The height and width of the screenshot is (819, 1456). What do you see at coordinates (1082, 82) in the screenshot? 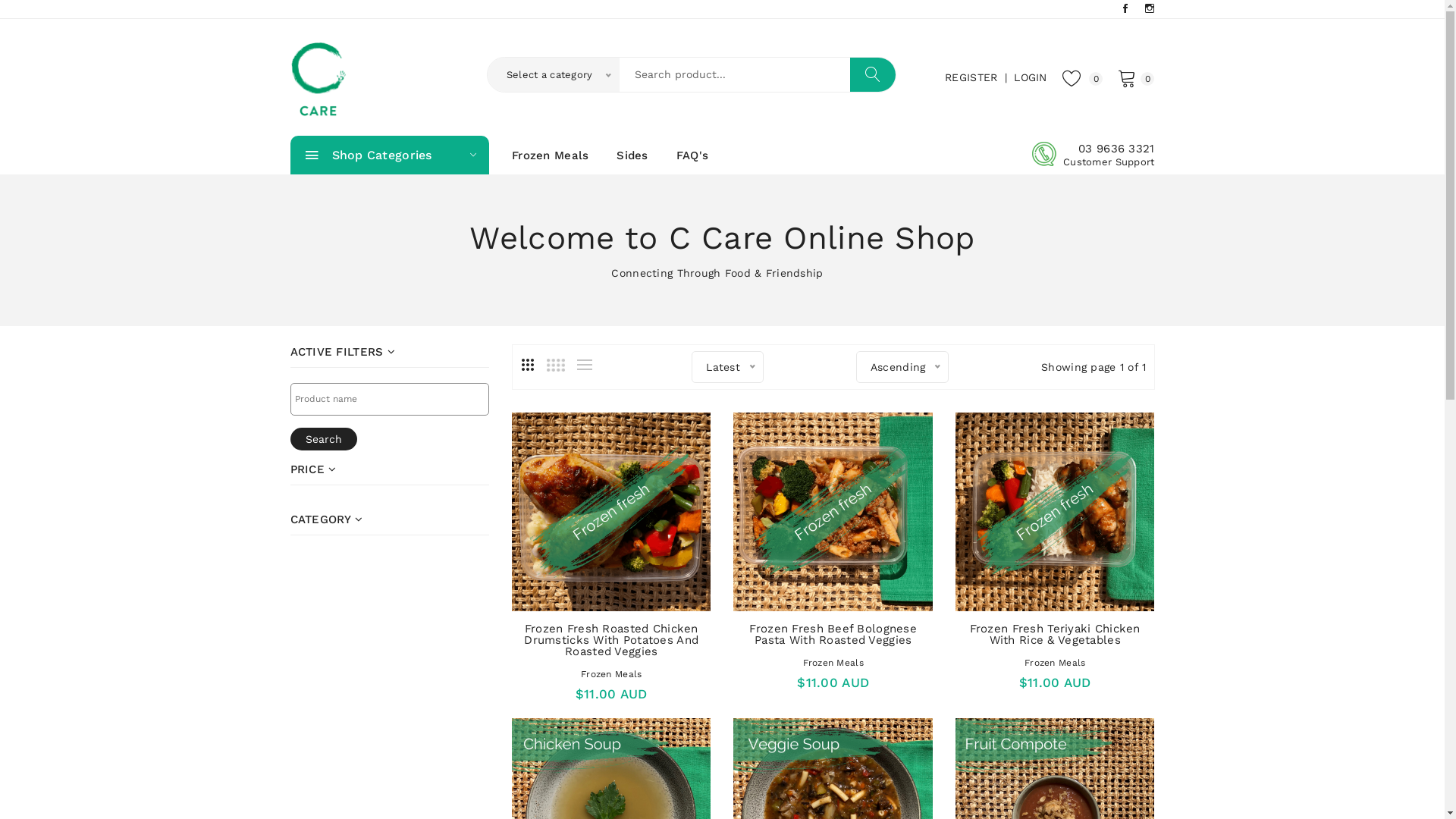
I see `'0'` at bounding box center [1082, 82].